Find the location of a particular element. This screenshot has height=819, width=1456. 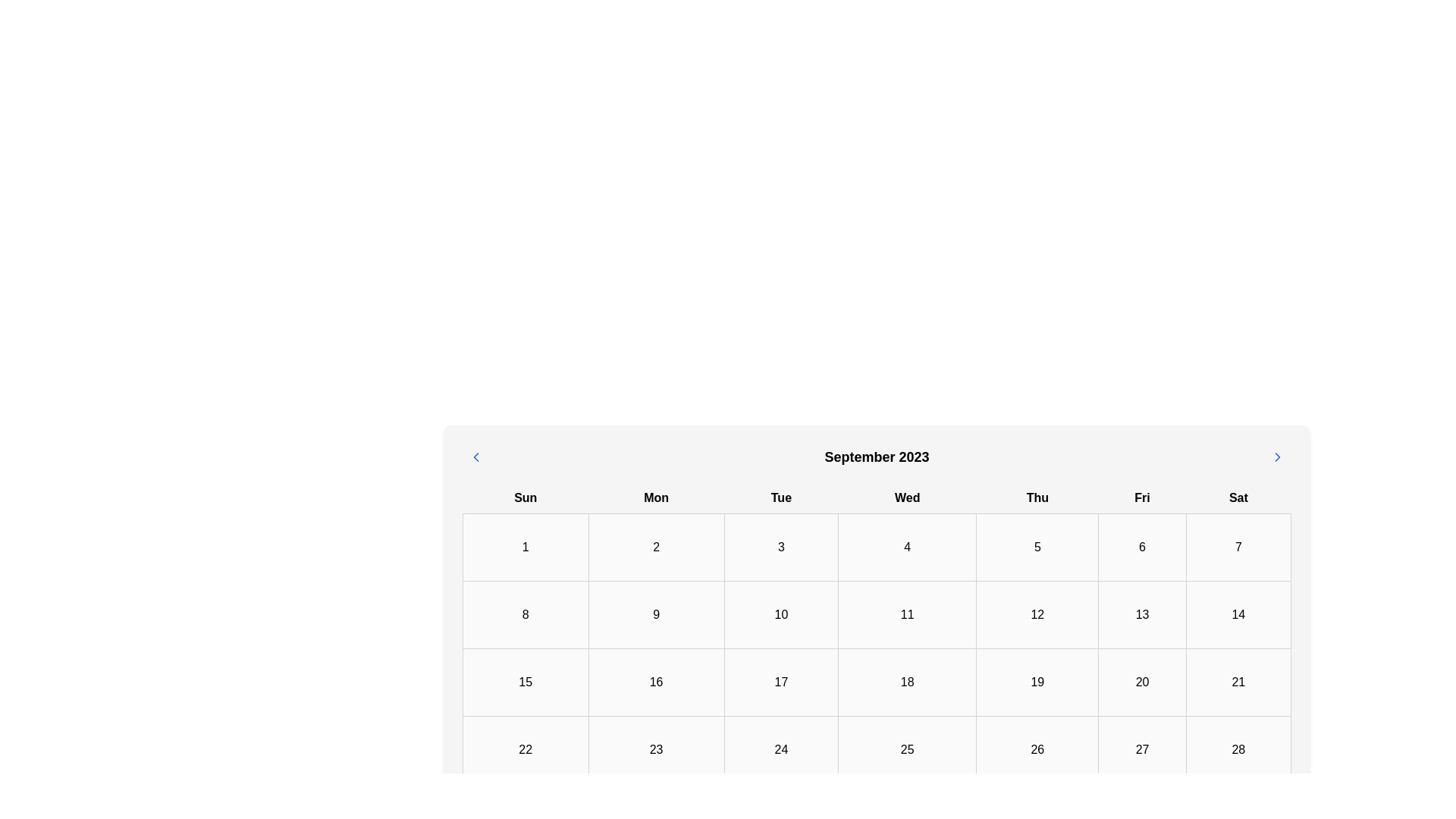

the calendar date cell representing the 17th of September 2023 is located at coordinates (781, 681).